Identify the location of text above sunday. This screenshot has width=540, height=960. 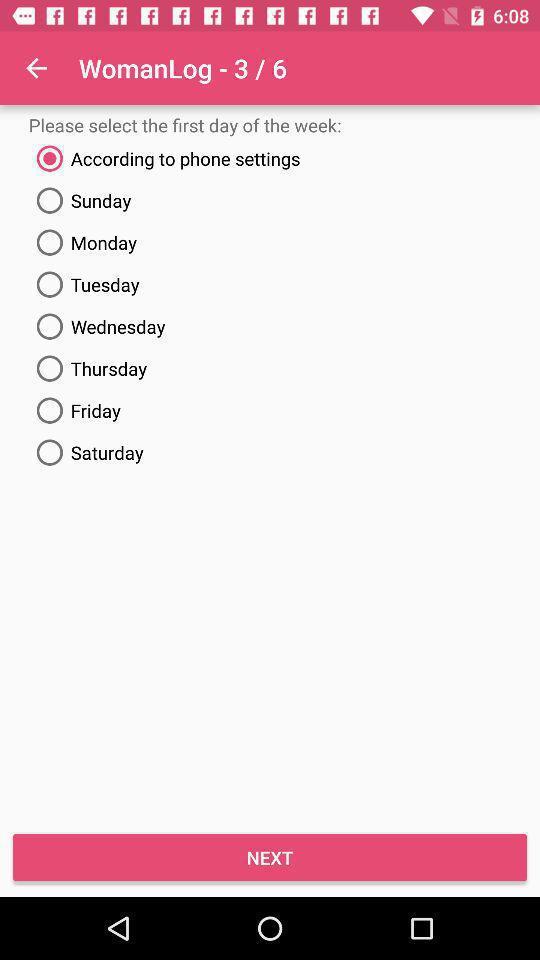
(270, 157).